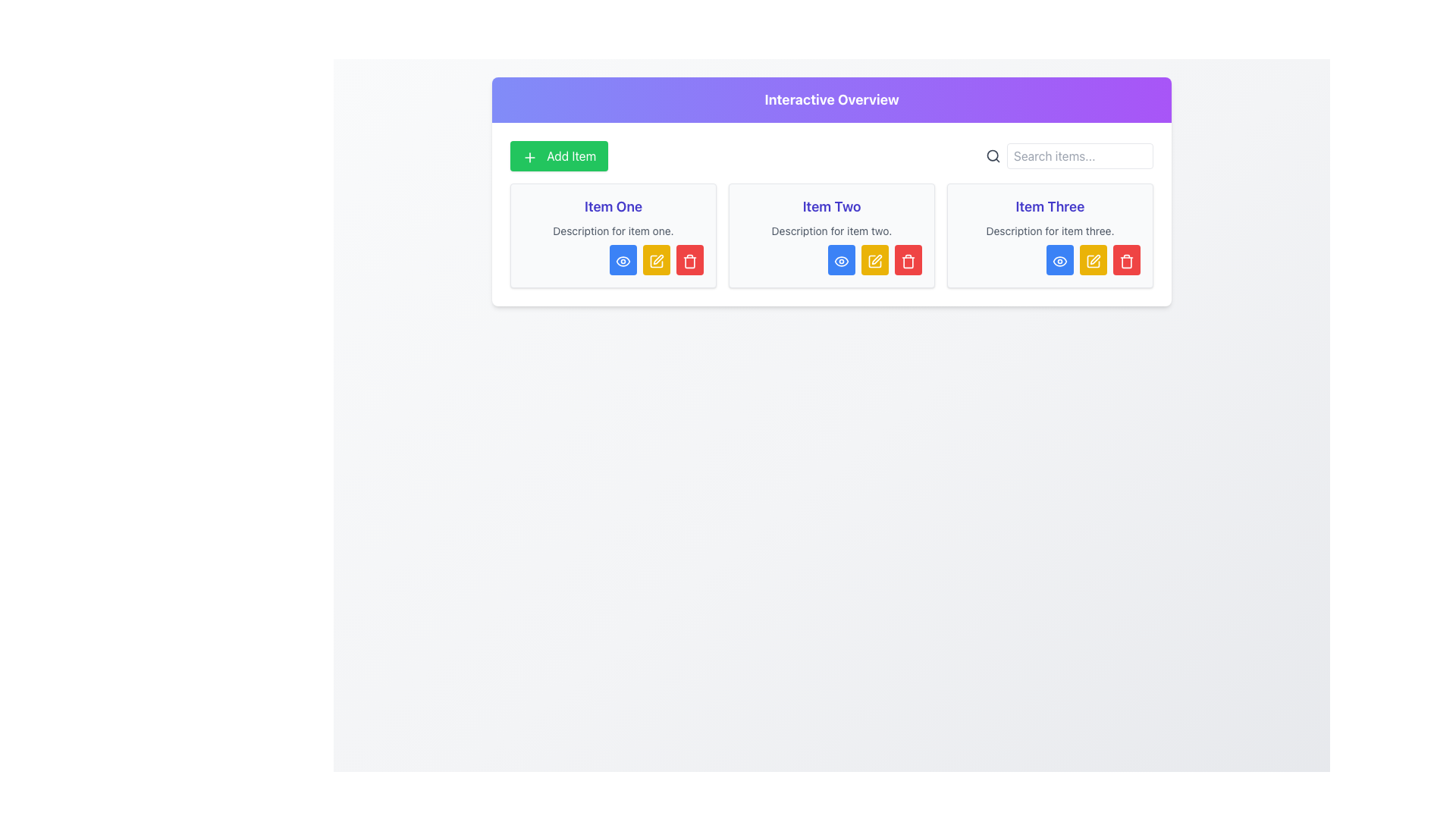 The width and height of the screenshot is (1456, 819). Describe the element at coordinates (1059, 259) in the screenshot. I see `the blue eye icon button located in the control panel of 'Item Three'` at that location.